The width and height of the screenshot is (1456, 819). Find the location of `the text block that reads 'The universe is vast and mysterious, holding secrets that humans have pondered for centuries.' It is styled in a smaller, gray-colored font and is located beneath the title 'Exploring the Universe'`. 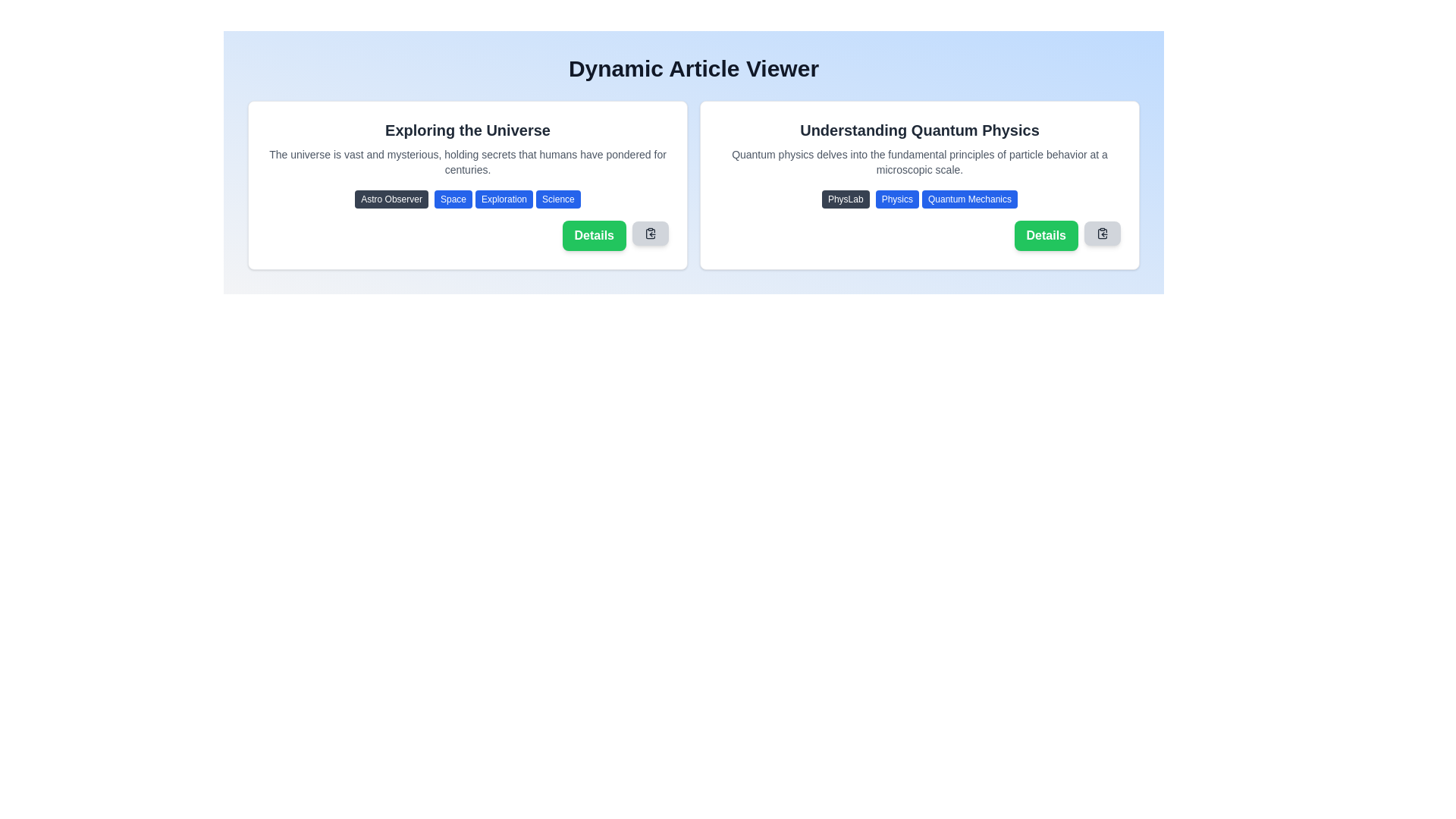

the text block that reads 'The universe is vast and mysterious, holding secrets that humans have pondered for centuries.' It is styled in a smaller, gray-colored font and is located beneath the title 'Exploring the Universe' is located at coordinates (467, 162).